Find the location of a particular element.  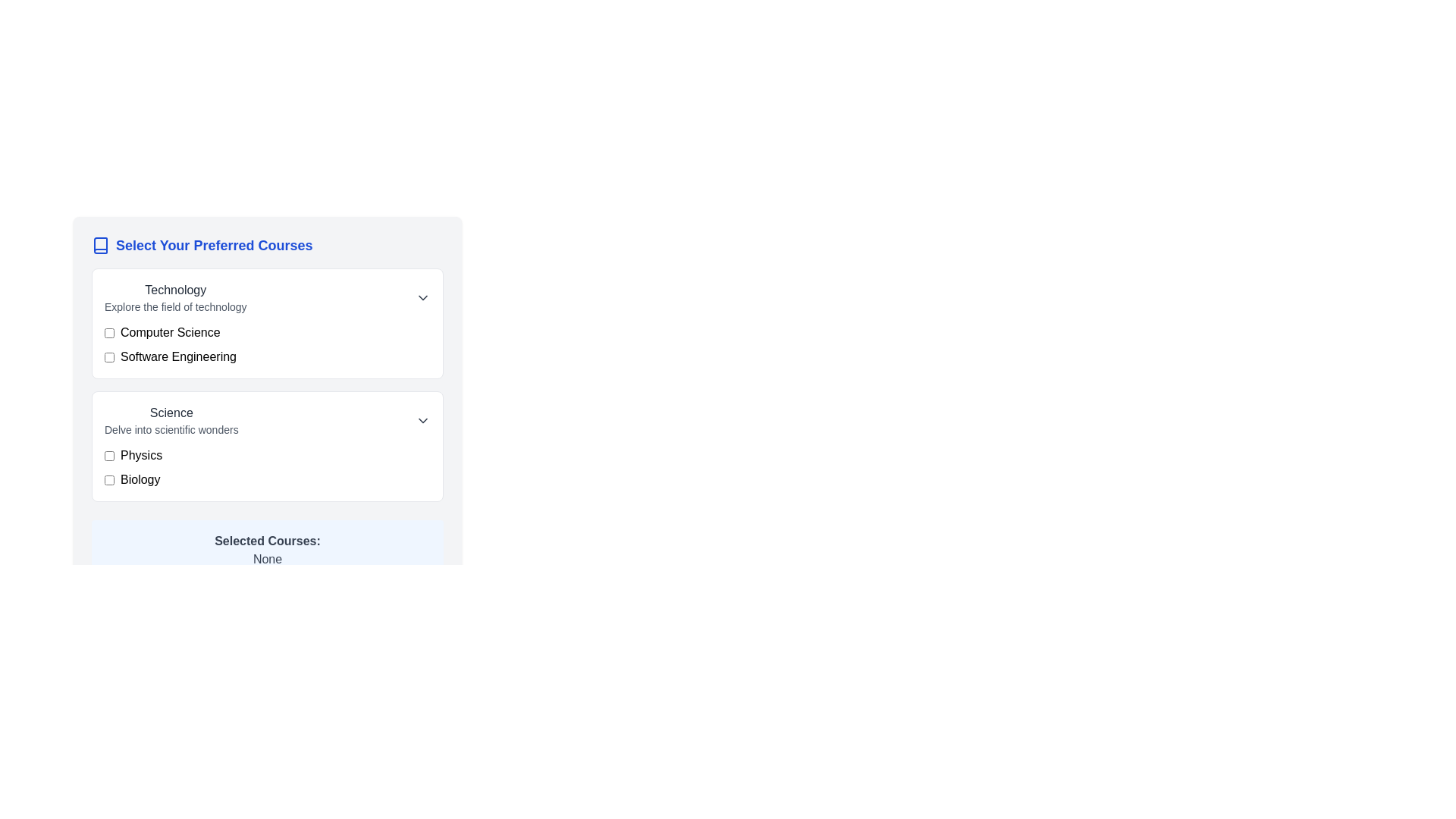

the checkbox styled with rounded corners and a gray border located to the left of the label 'Biology' is located at coordinates (108, 479).